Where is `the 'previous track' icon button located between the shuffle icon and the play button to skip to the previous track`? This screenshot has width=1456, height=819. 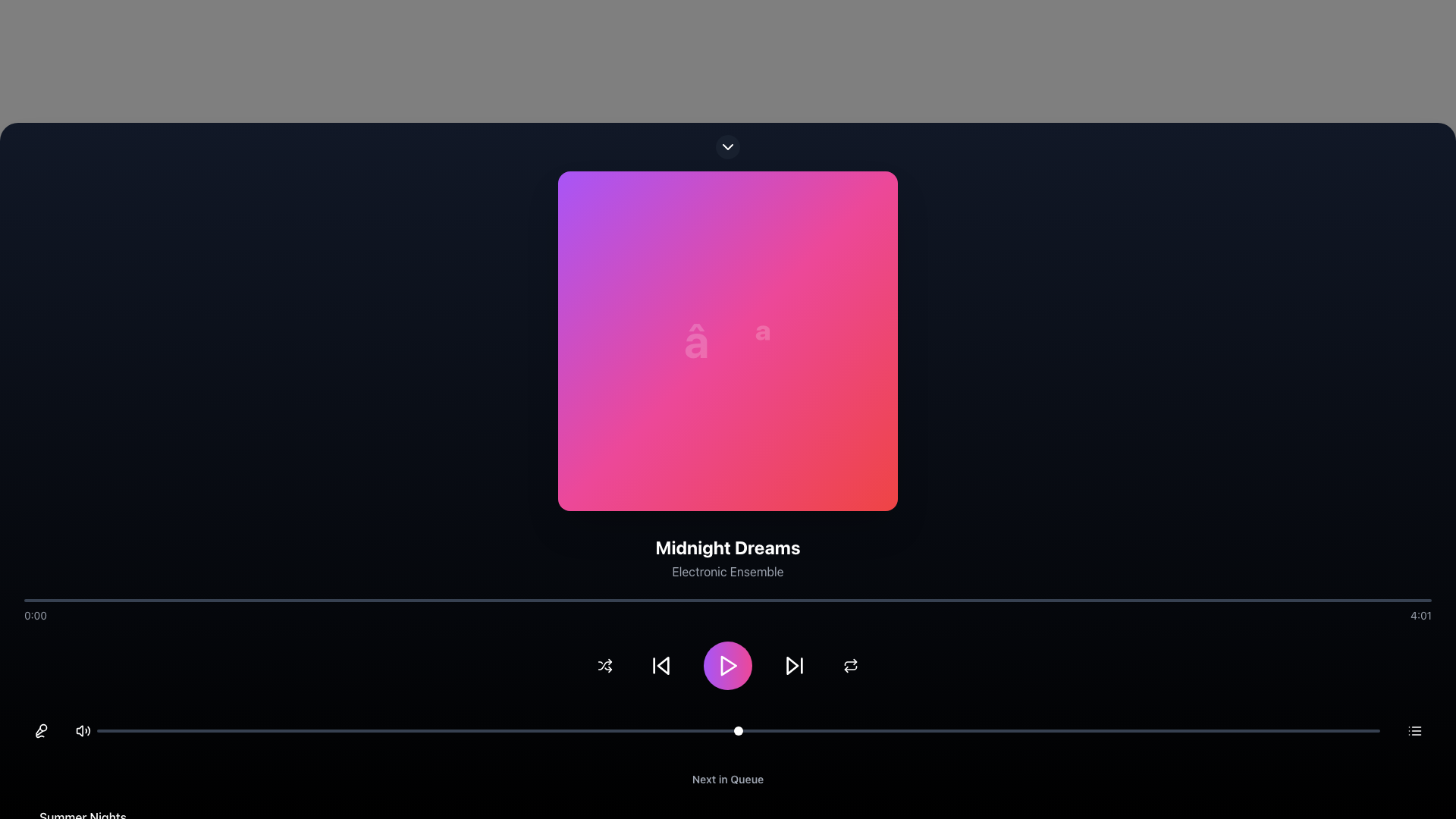 the 'previous track' icon button located between the shuffle icon and the play button to skip to the previous track is located at coordinates (661, 665).